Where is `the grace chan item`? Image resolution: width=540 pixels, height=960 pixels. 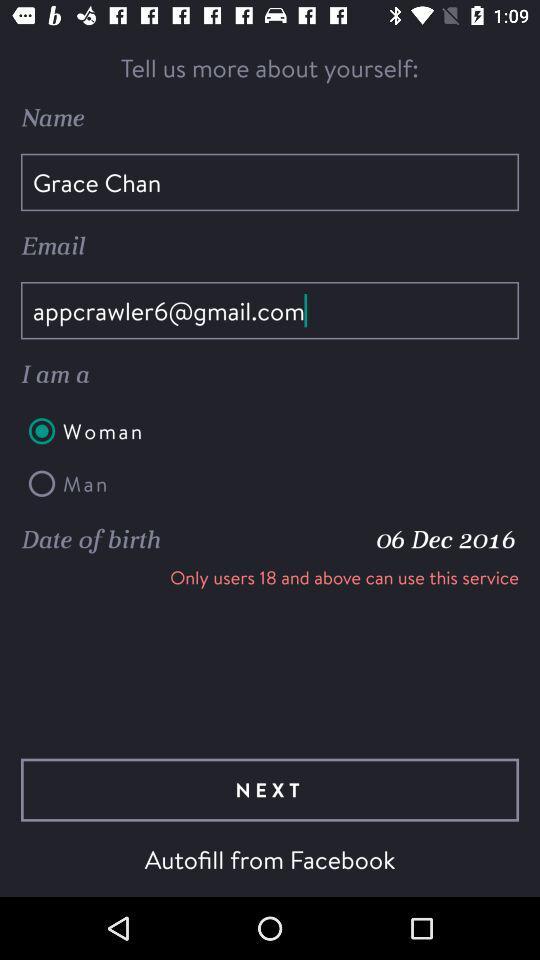
the grace chan item is located at coordinates (270, 182).